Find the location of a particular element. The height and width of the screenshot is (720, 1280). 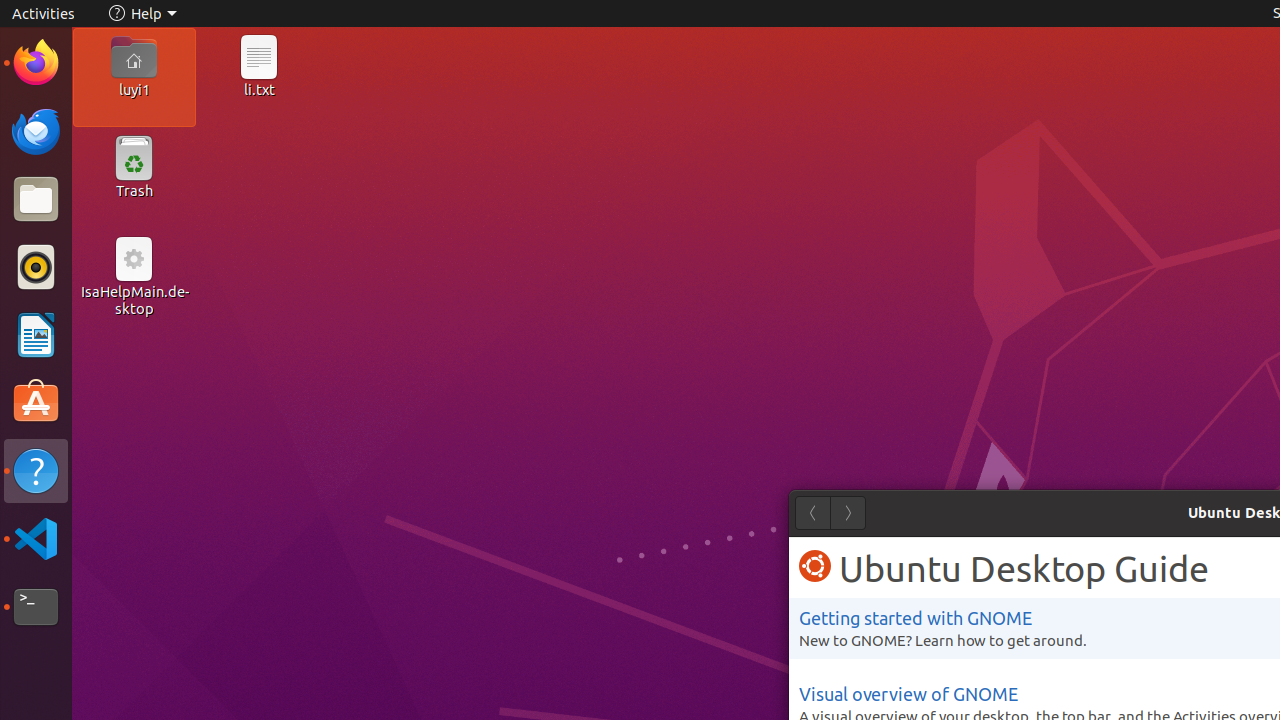

'Activities' is located at coordinates (43, 13).